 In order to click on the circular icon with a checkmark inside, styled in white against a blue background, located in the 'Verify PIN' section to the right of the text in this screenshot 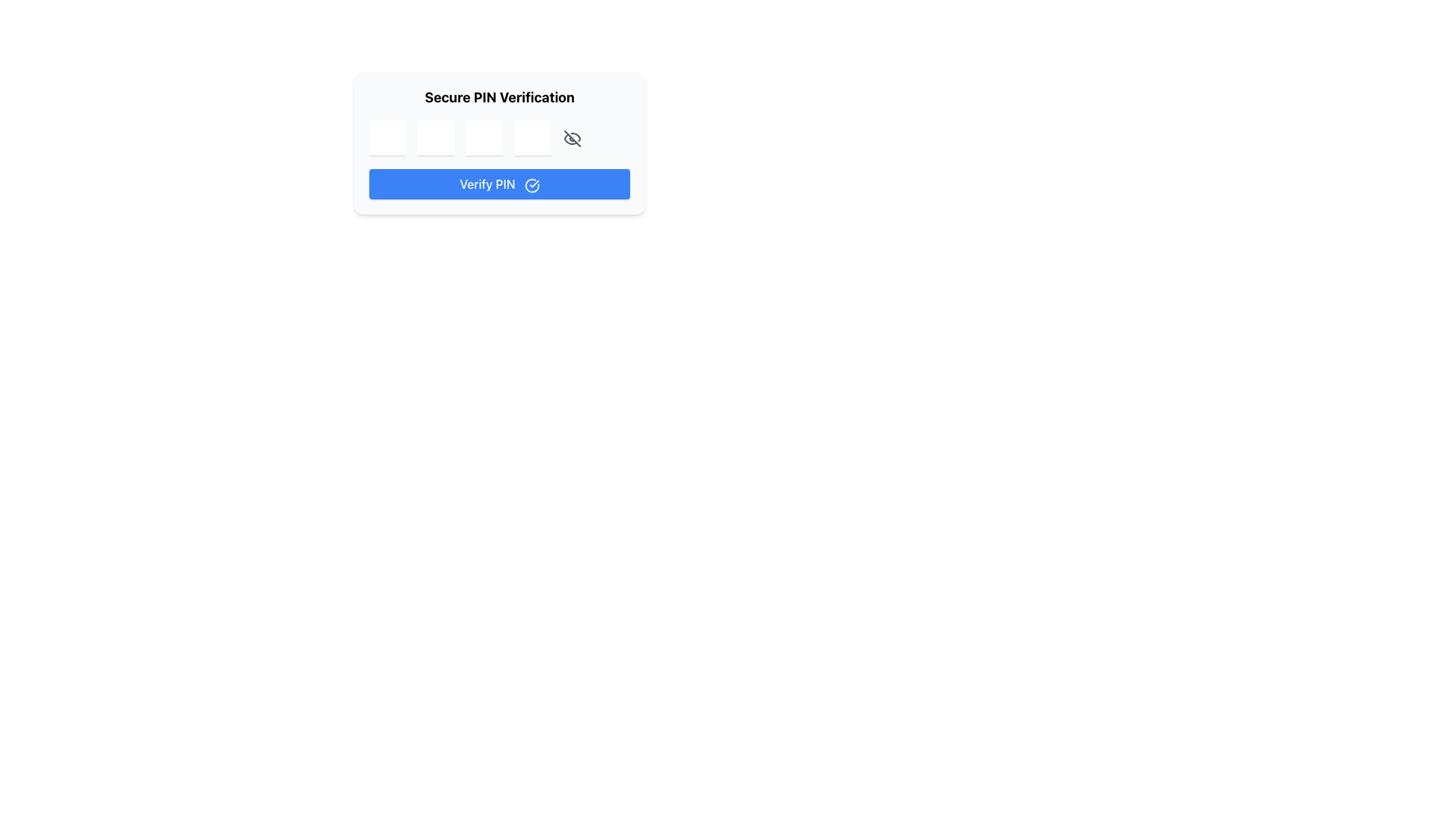, I will do `click(532, 184)`.